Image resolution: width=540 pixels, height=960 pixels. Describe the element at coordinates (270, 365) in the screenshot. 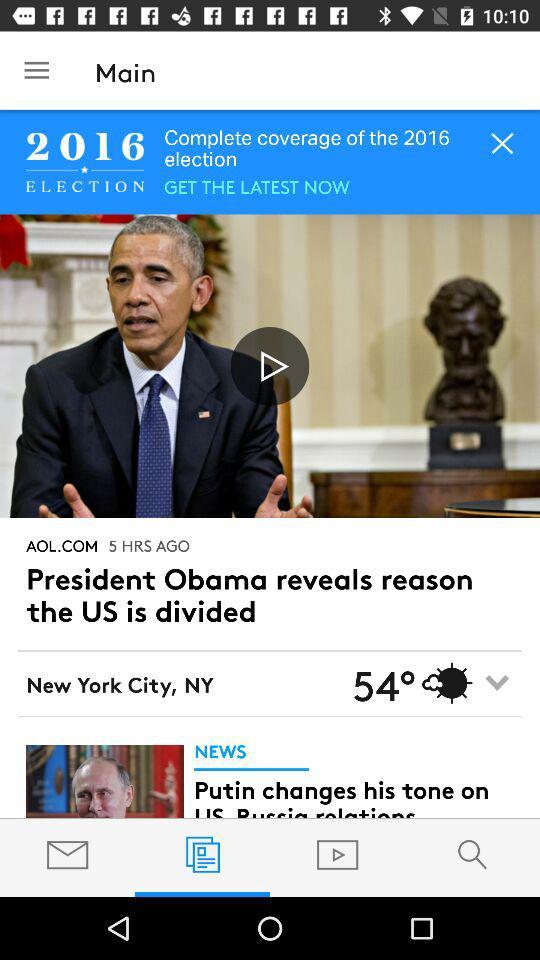

I see `the video` at that location.